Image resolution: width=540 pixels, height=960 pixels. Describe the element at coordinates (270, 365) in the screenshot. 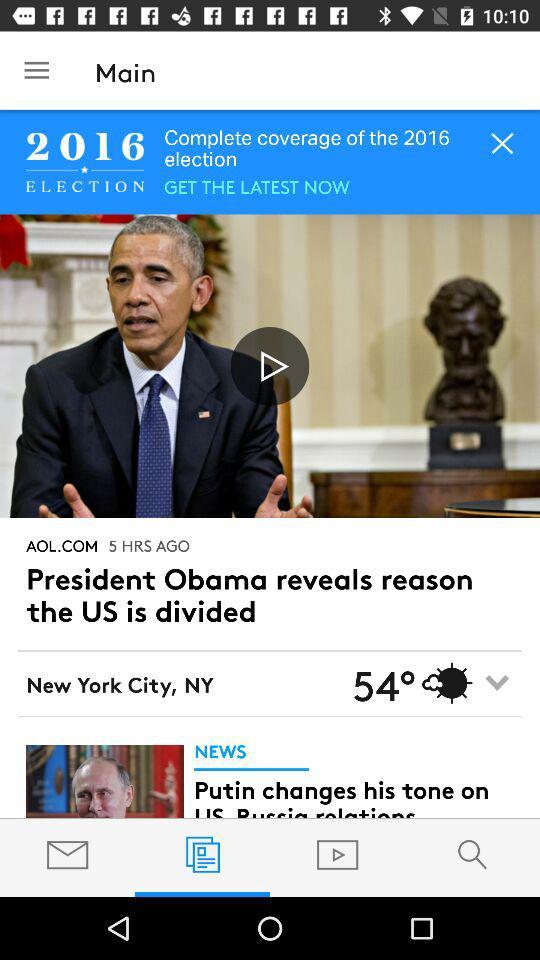

I see `the video` at that location.